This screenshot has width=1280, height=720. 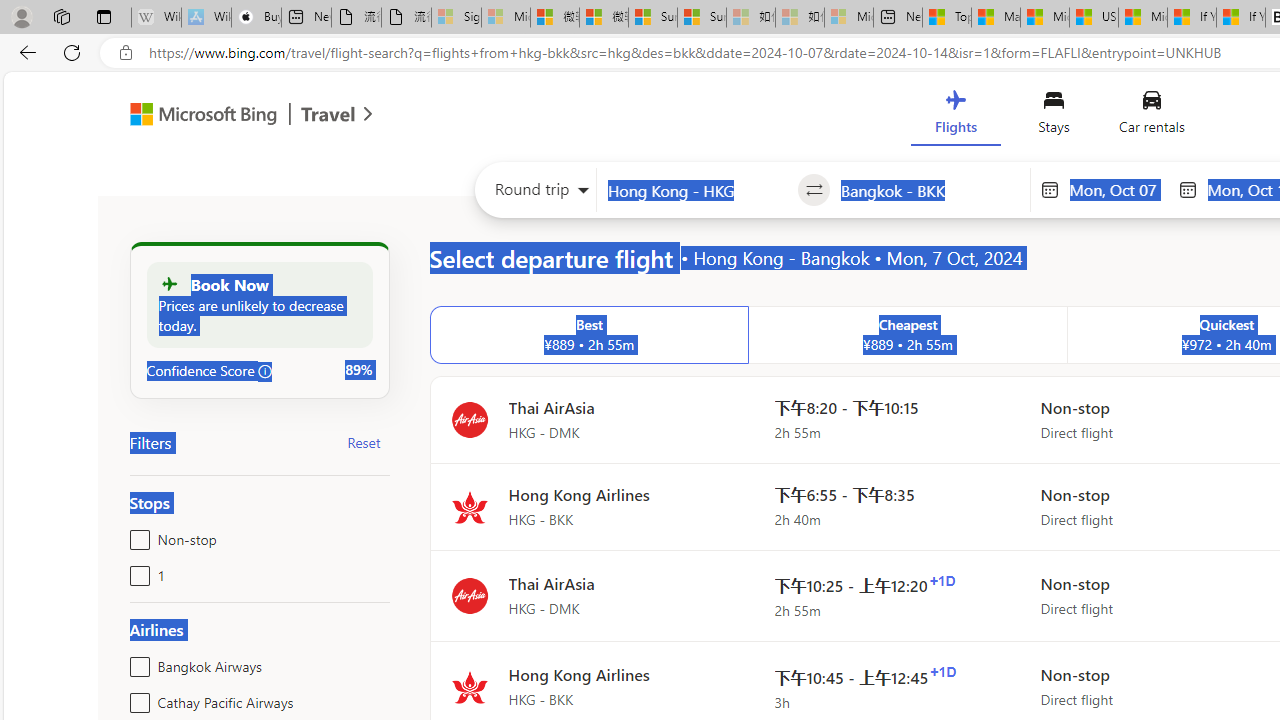 I want to click on 'Travel', so click(x=328, y=117).